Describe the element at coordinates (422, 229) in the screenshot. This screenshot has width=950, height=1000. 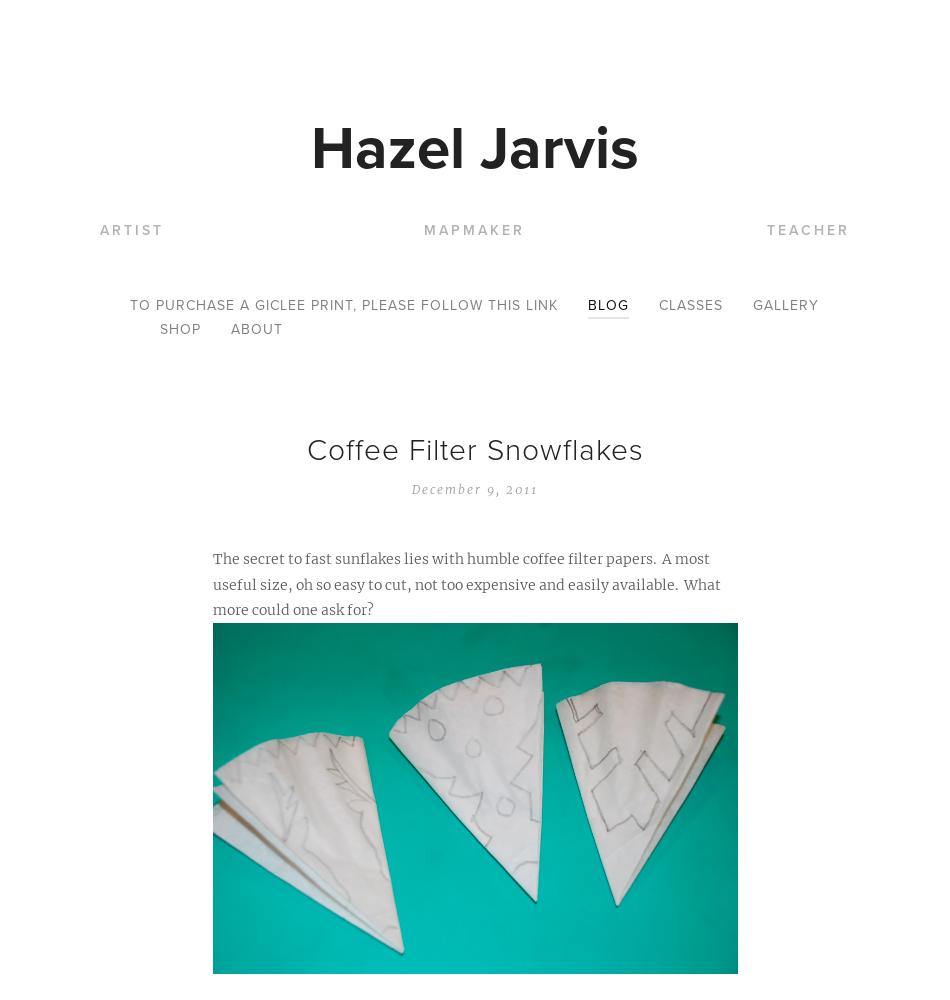
I see `'Mapmaker'` at that location.